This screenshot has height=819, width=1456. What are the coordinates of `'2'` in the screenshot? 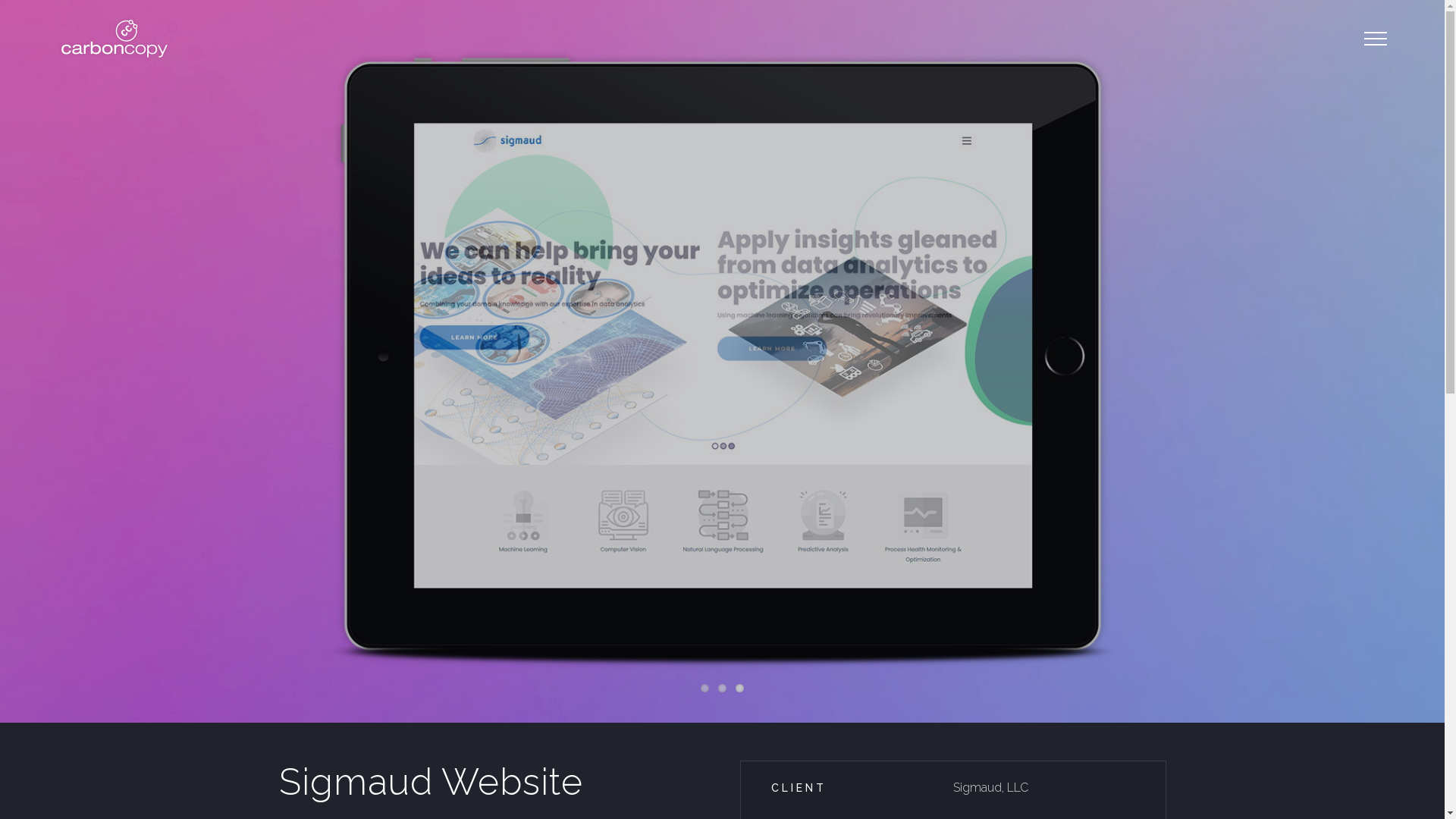 It's located at (721, 688).